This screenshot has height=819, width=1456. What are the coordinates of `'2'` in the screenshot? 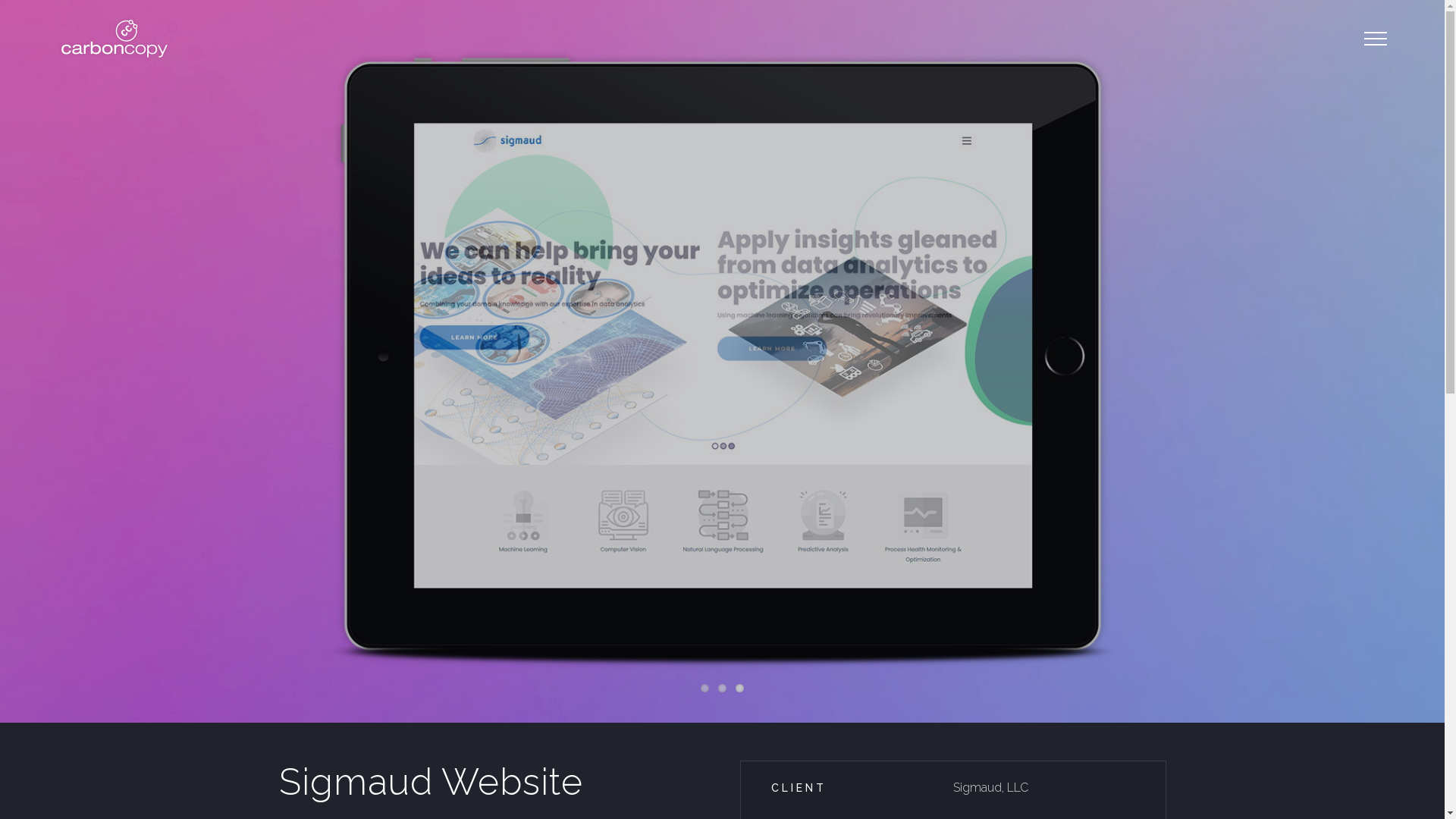 It's located at (721, 688).